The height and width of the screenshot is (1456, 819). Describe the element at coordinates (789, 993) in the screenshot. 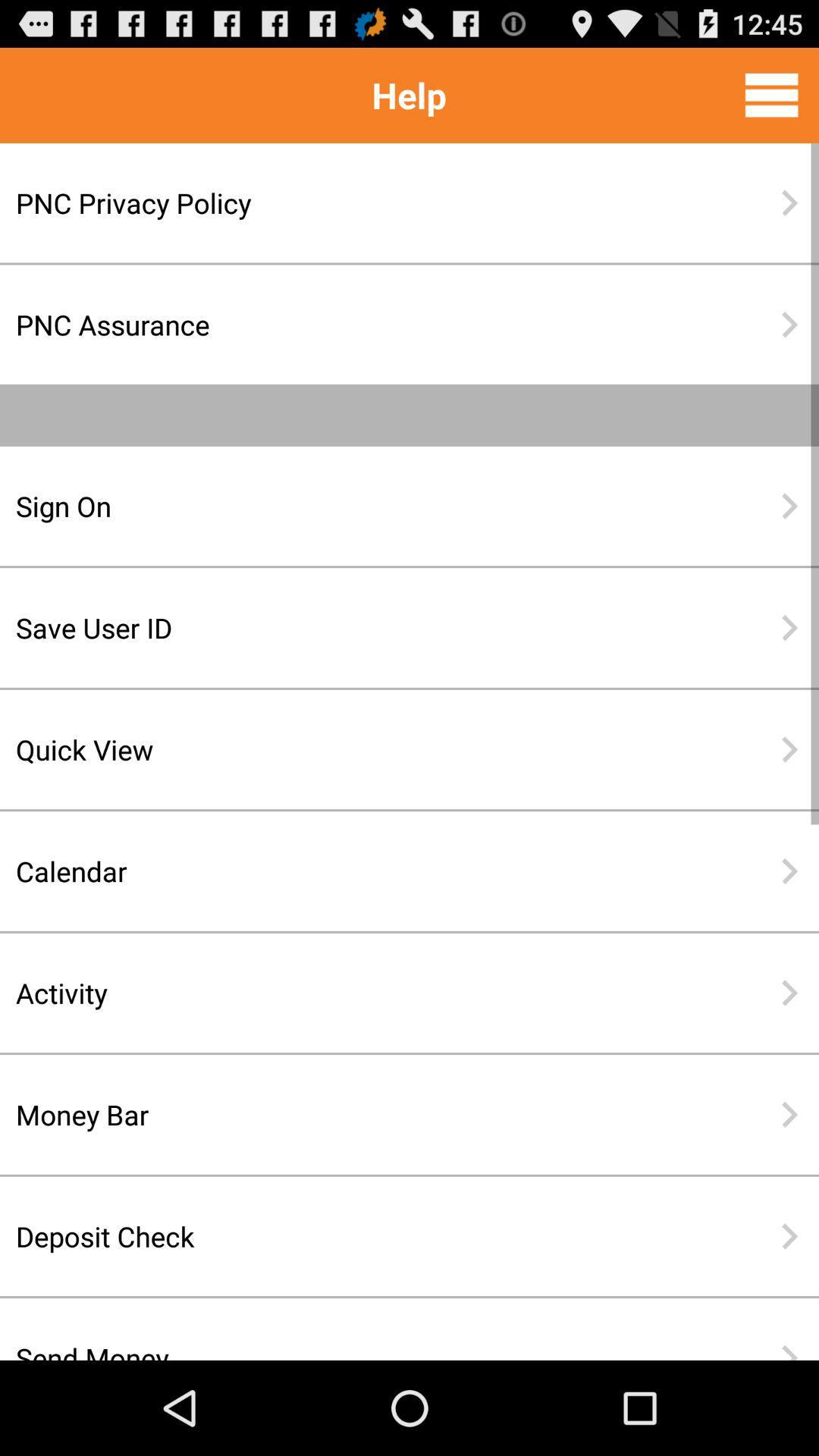

I see `the item next to activity icon` at that location.